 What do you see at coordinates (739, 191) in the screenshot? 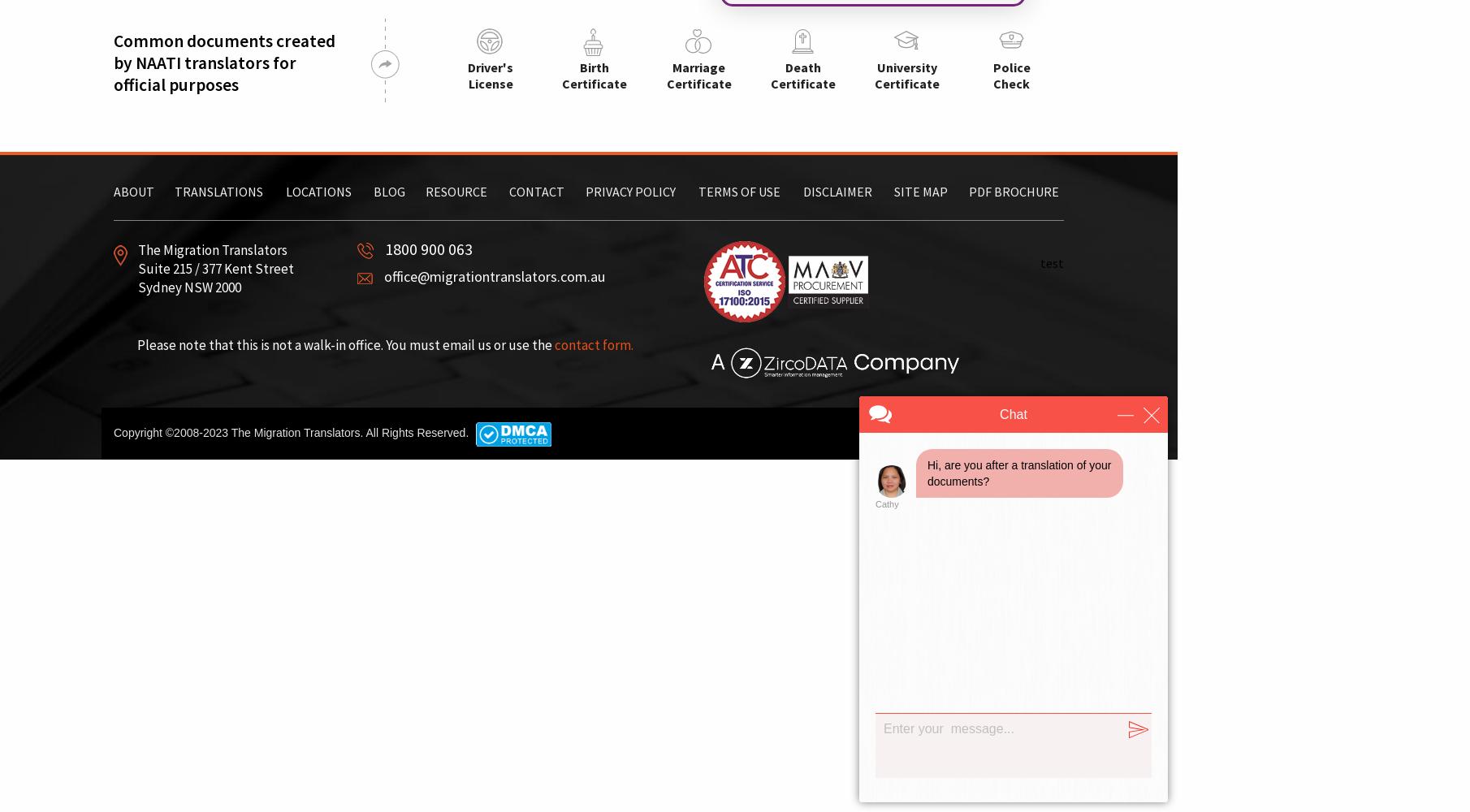
I see `'Terms of Use'` at bounding box center [739, 191].